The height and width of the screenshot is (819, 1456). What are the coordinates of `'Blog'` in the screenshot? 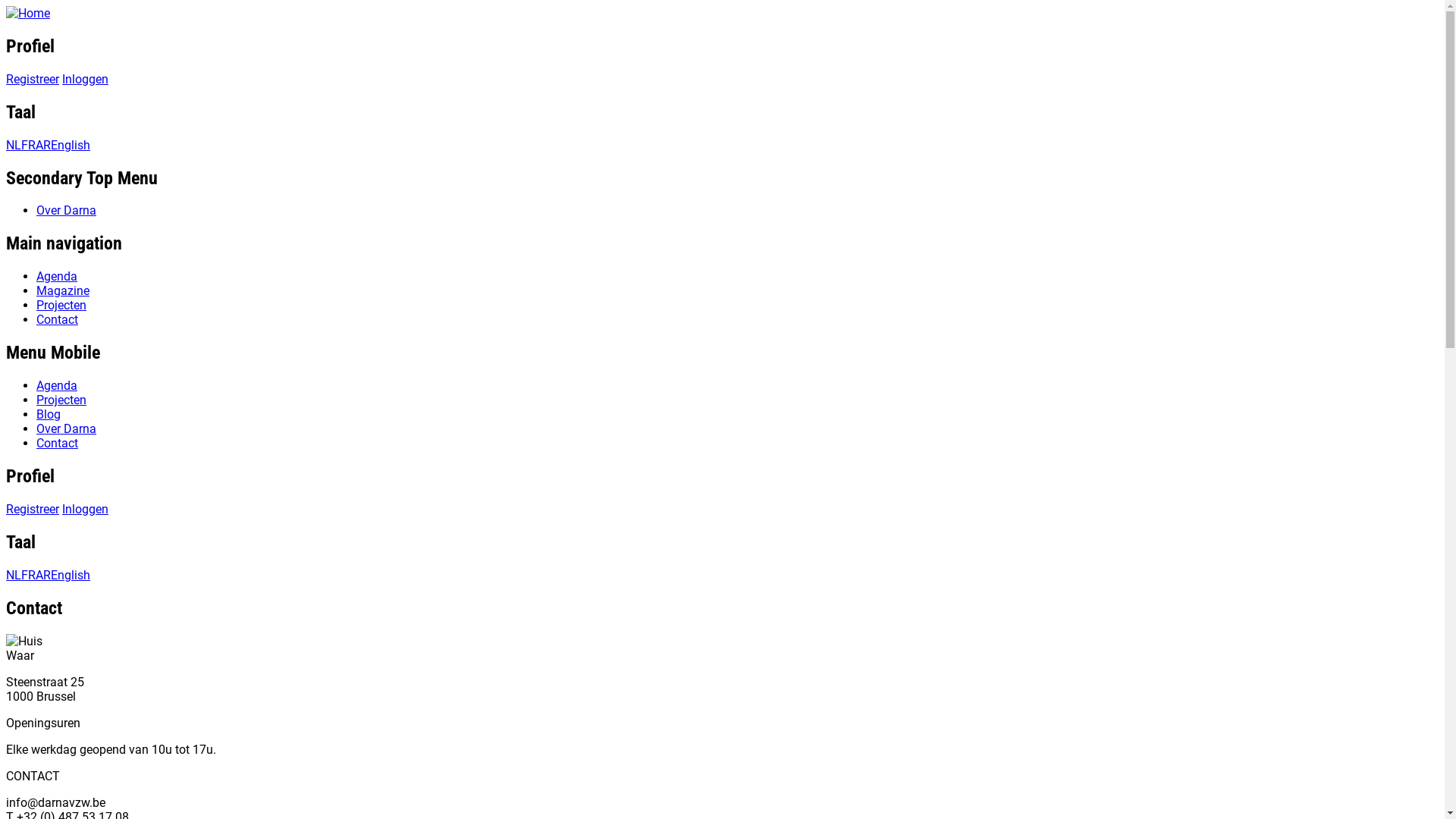 It's located at (48, 414).